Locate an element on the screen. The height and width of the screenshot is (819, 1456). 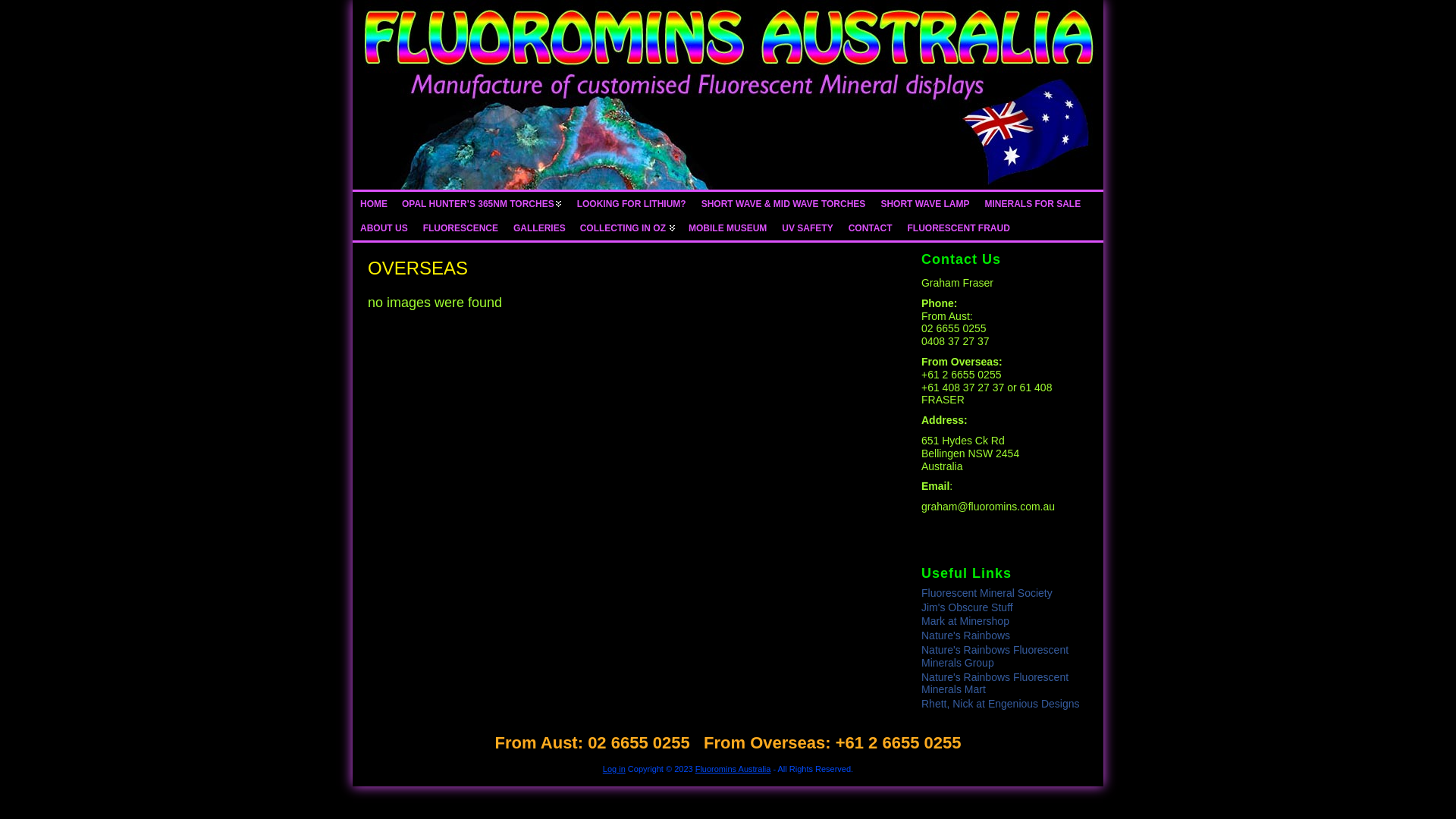
'ABOUT US' is located at coordinates (384, 227).